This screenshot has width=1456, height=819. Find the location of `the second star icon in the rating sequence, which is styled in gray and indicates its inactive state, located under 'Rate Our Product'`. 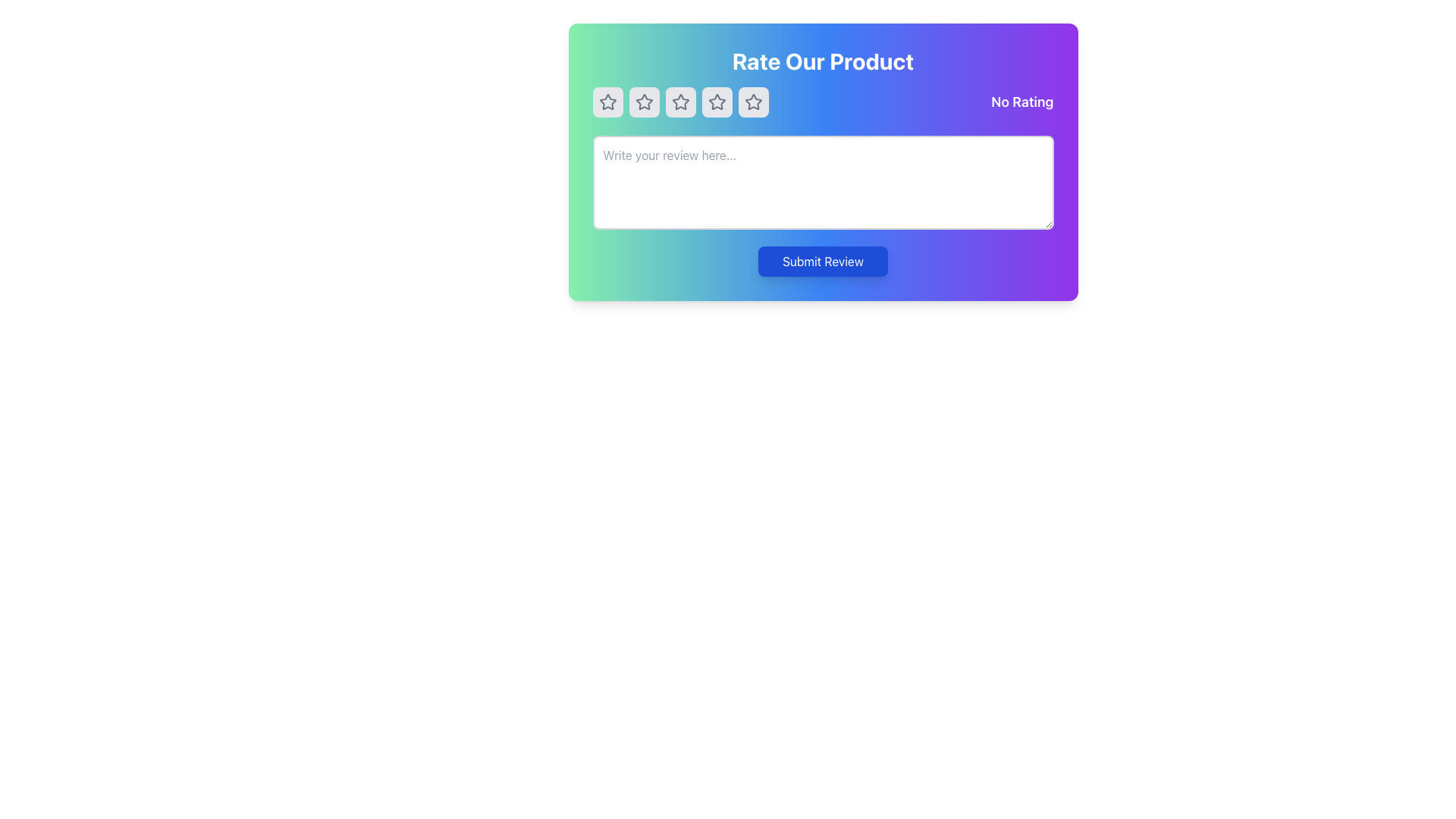

the second star icon in the rating sequence, which is styled in gray and indicates its inactive state, located under 'Rate Our Product' is located at coordinates (644, 102).